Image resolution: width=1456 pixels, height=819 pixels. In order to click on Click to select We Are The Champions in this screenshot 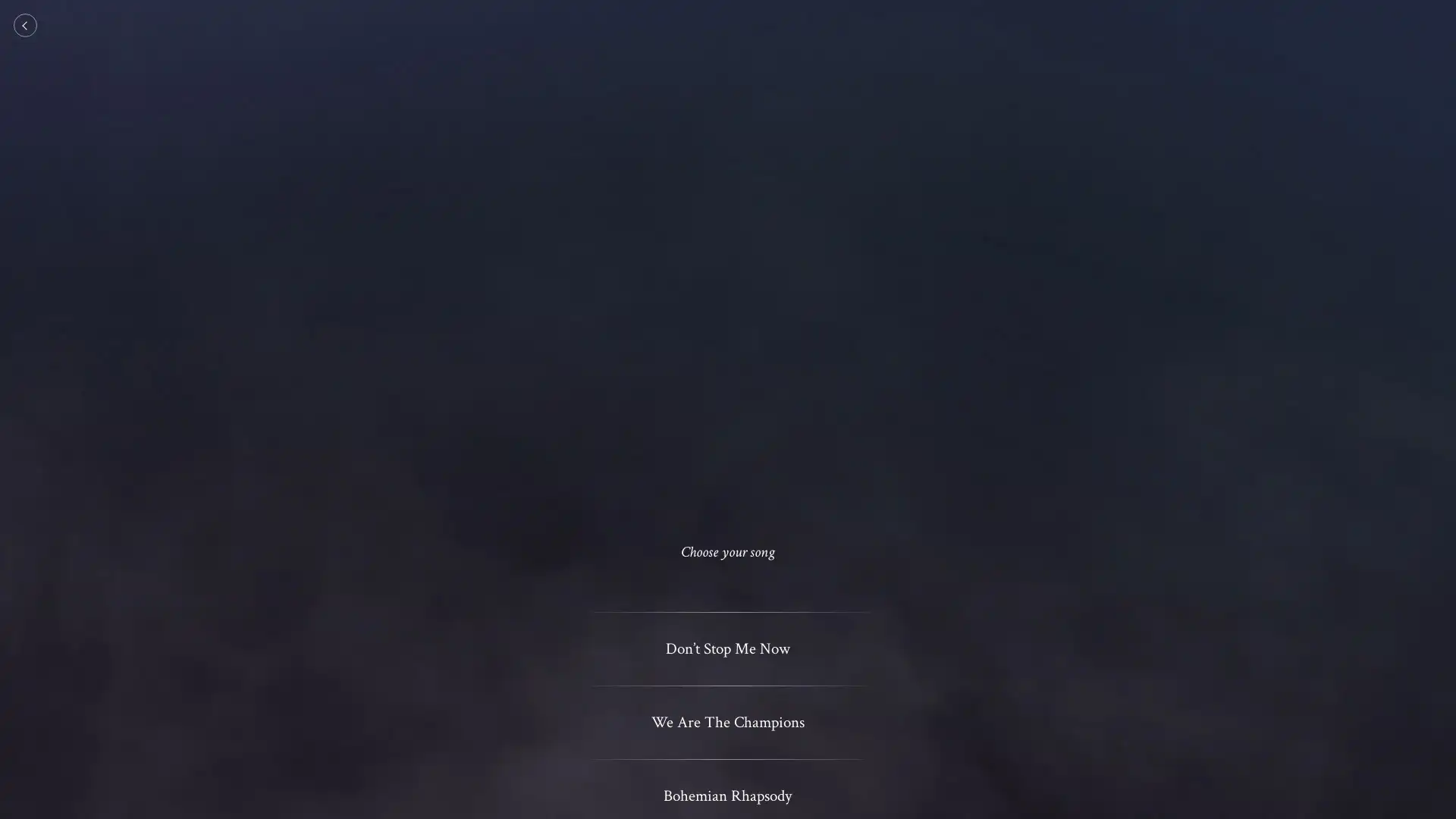, I will do `click(726, 721)`.